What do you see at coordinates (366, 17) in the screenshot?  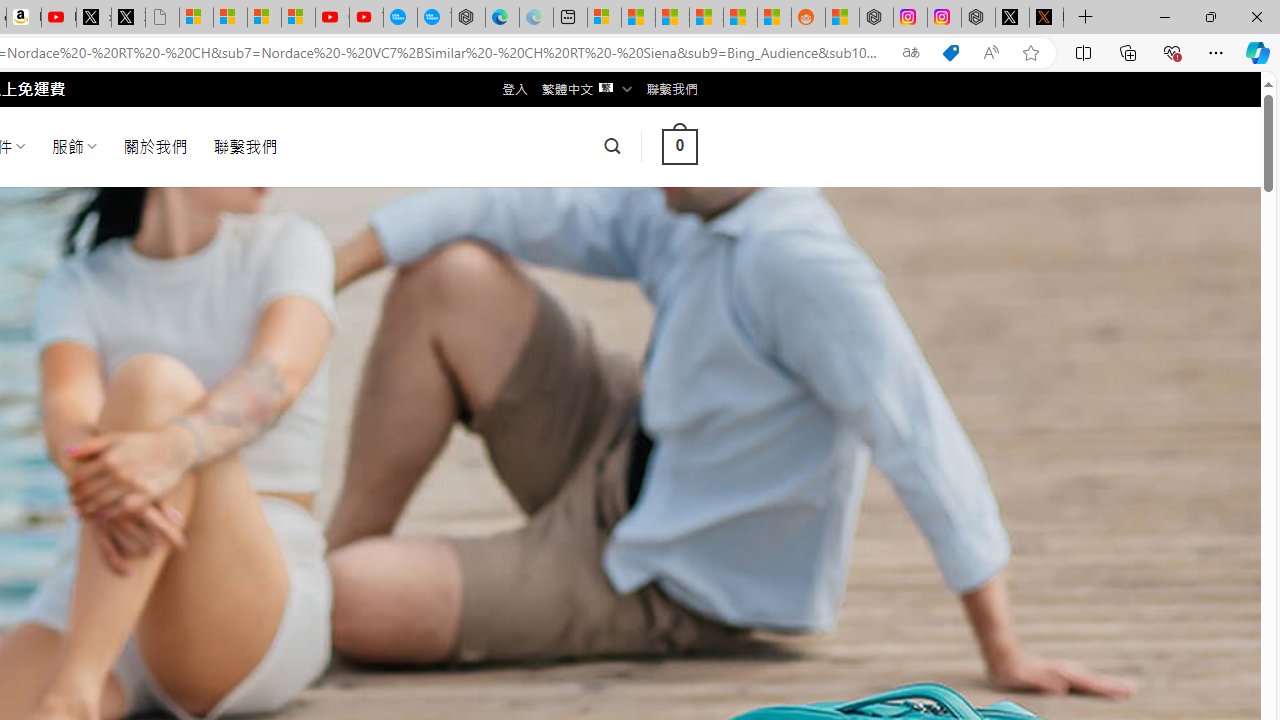 I see `'YouTube Kids - An App Created for Kids to Explore Content'` at bounding box center [366, 17].